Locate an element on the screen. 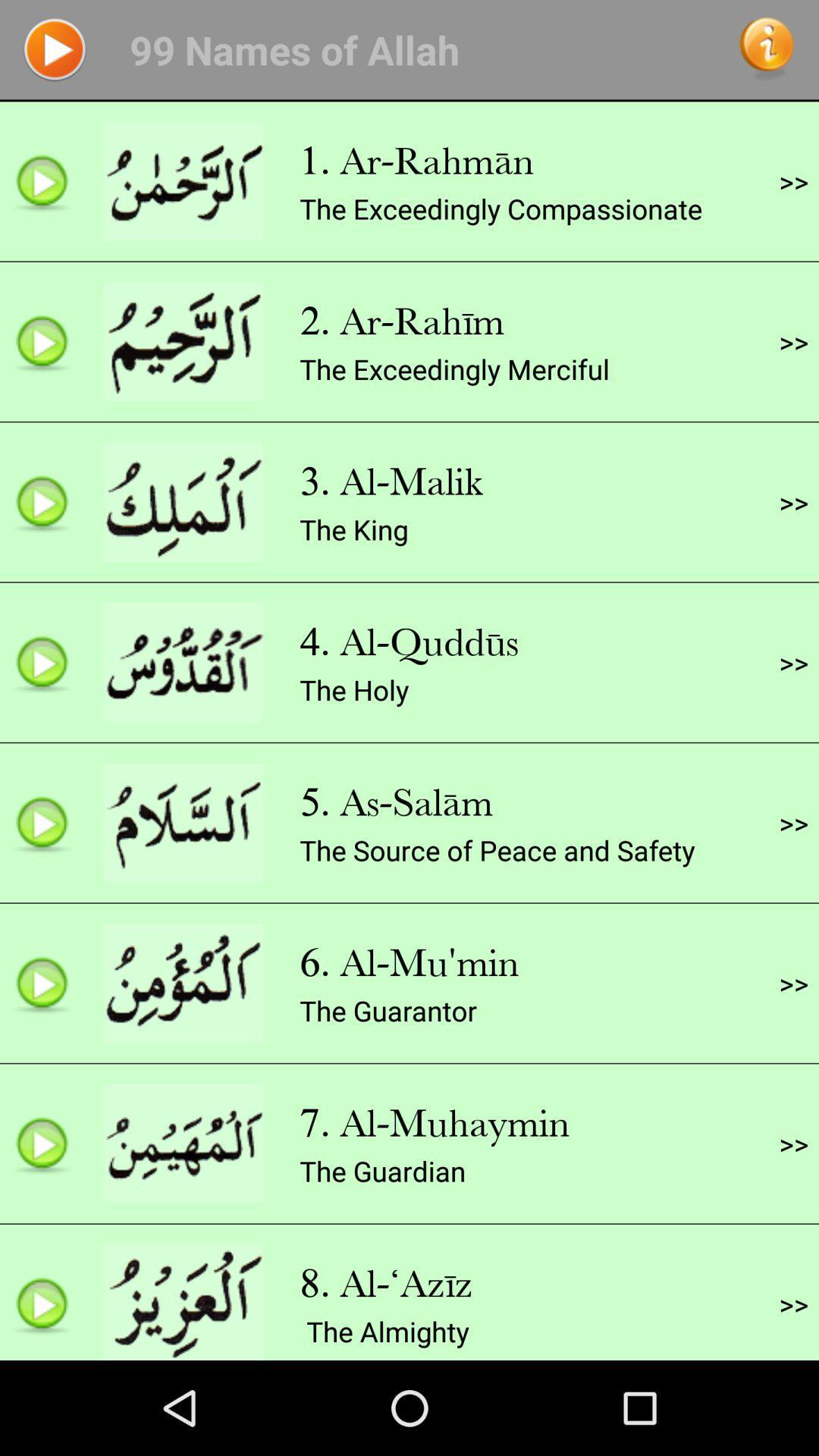 This screenshot has height=1456, width=819. icon above >> item is located at coordinates (792, 181).